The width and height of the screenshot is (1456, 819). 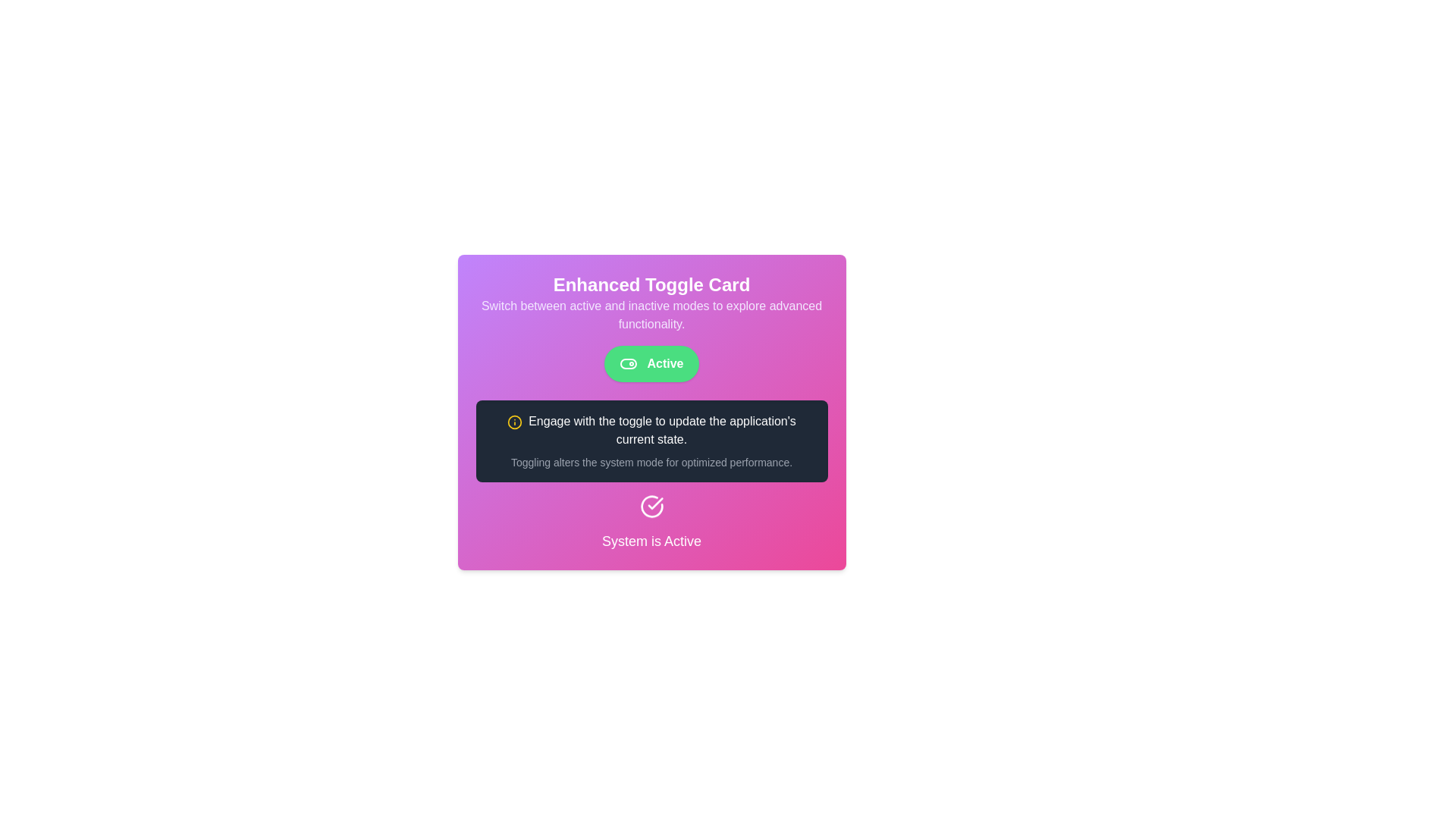 I want to click on the instructional text that provides guidance to engage with the toggle, styled with a white font over a dark background, so click(x=651, y=430).